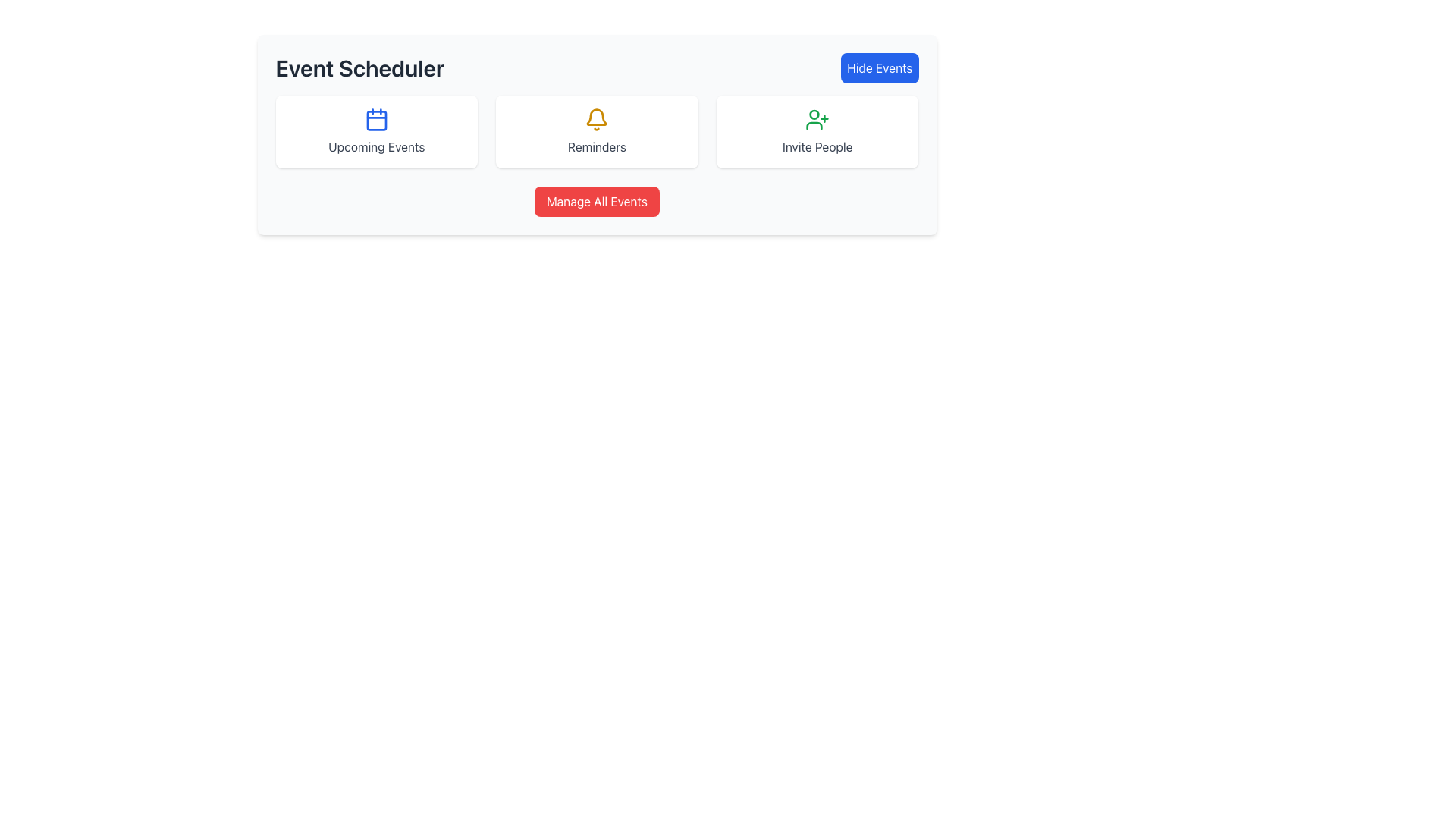  I want to click on any interactive content block in the central row of the grid layout below the 'Event Scheduler' header, so click(596, 130).